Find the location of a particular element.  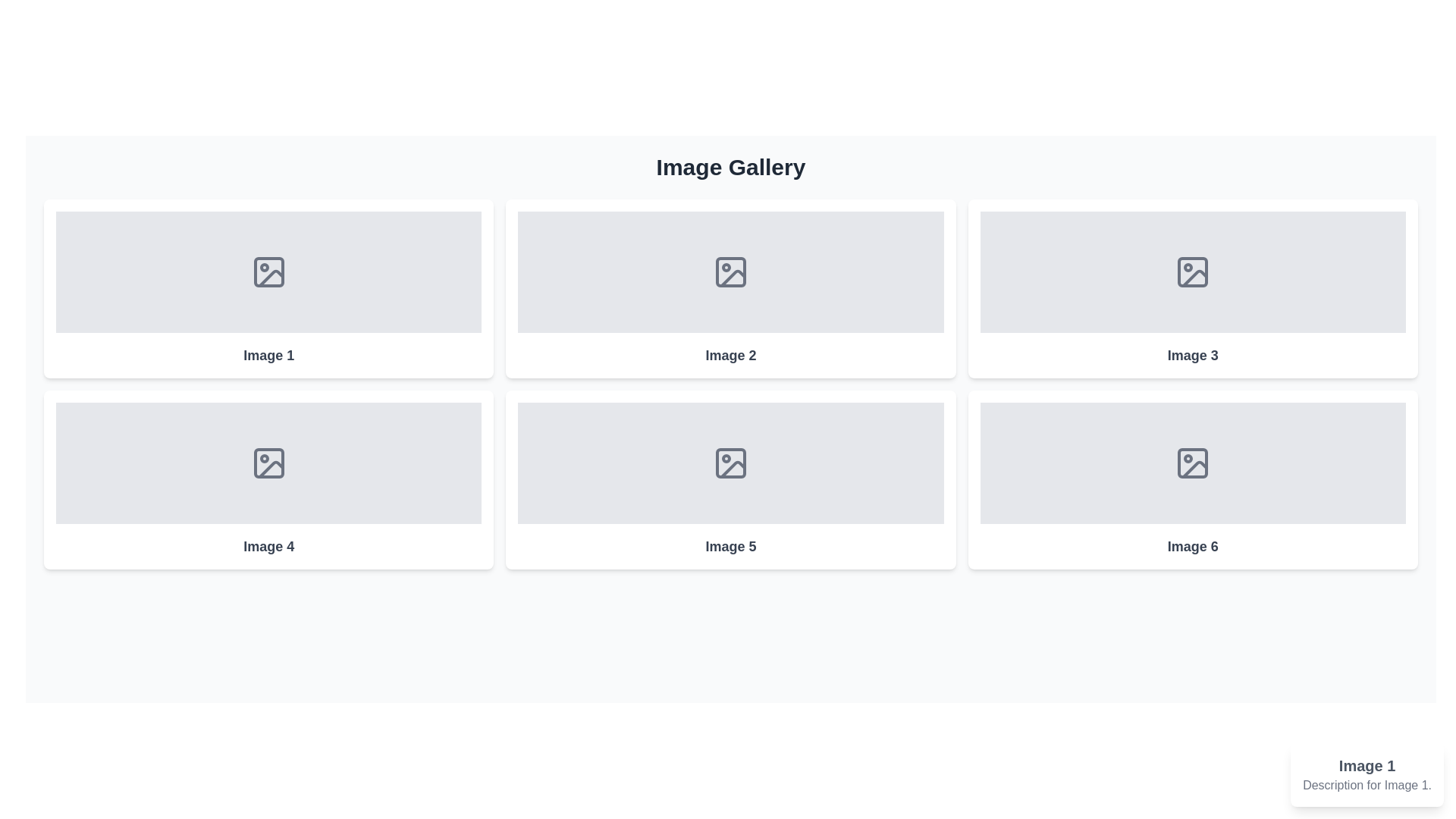

the image icon with a simple line design, featuring a rectangle with rounded corners and a wave-like line along with a circular dot, located at the center of the placeholder labeled 'Image 6' in the bottom-right corner of the image grid is located at coordinates (1192, 462).